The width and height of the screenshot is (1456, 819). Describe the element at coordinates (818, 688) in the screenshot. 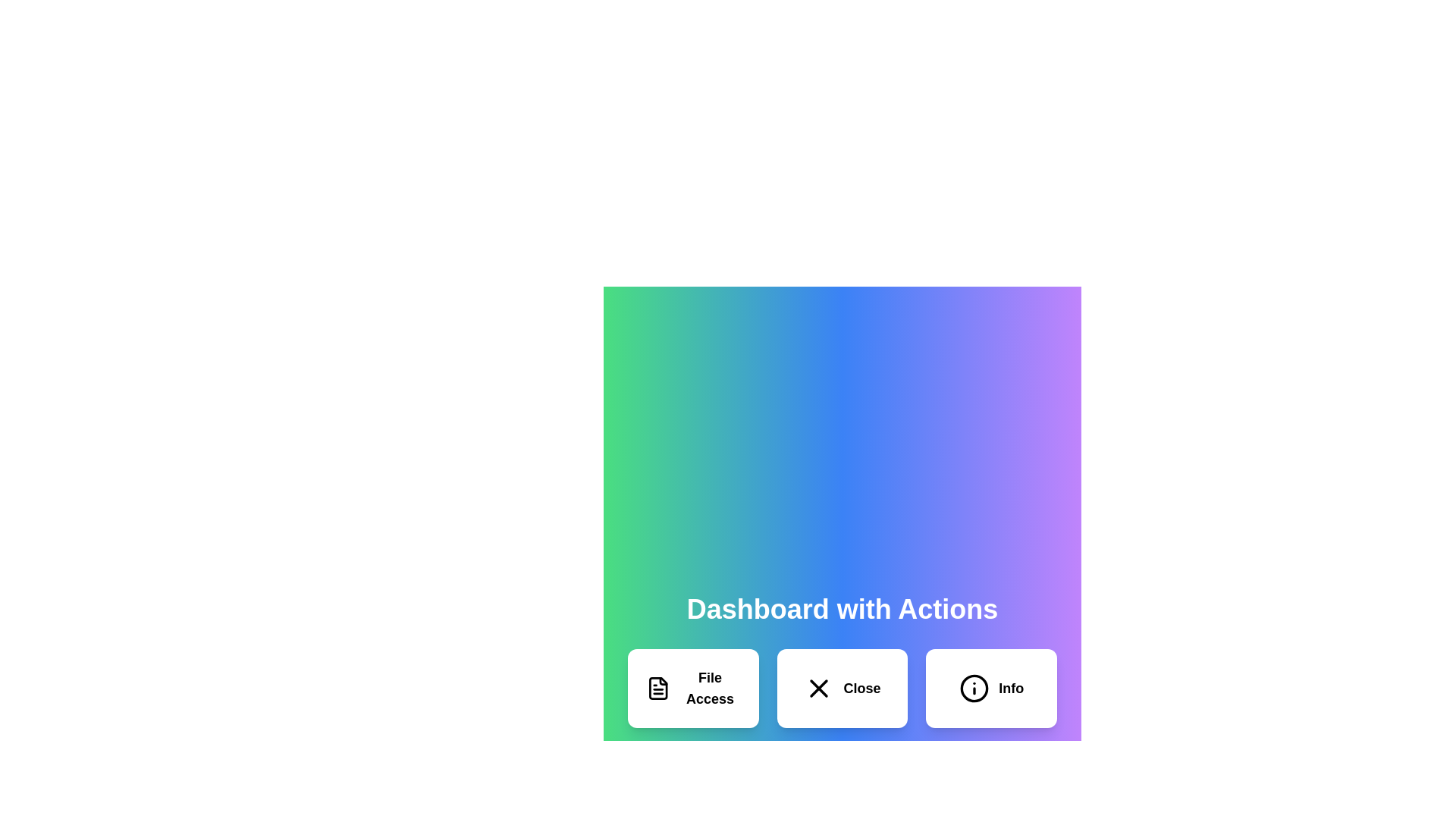

I see `the black 'X' icon within the 'Close' button` at that location.